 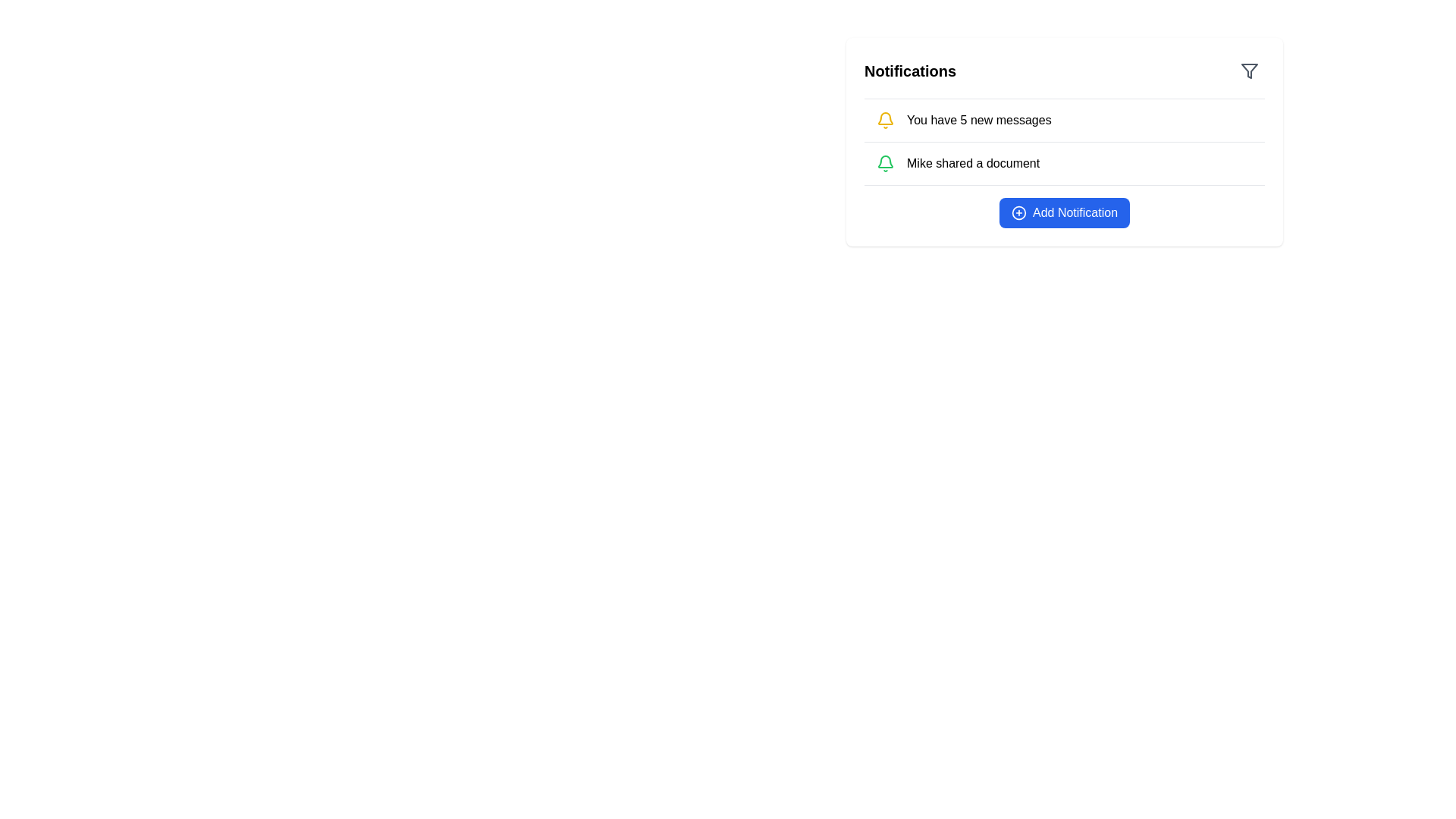 I want to click on the filter-shaped SVG Icon located in the upper right corner of the 'Notifications' panel, so click(x=1249, y=71).